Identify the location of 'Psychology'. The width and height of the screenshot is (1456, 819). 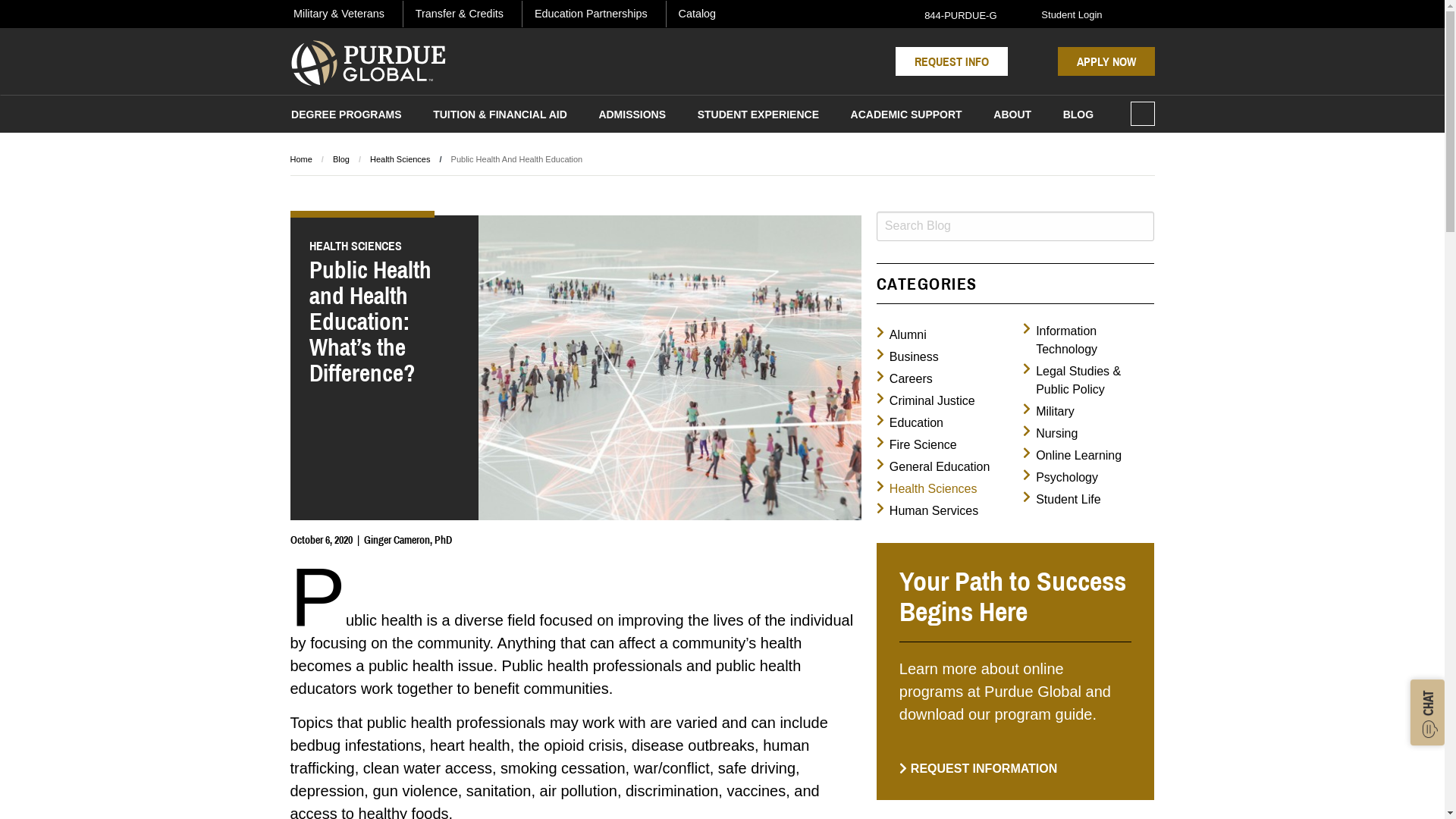
(1059, 476).